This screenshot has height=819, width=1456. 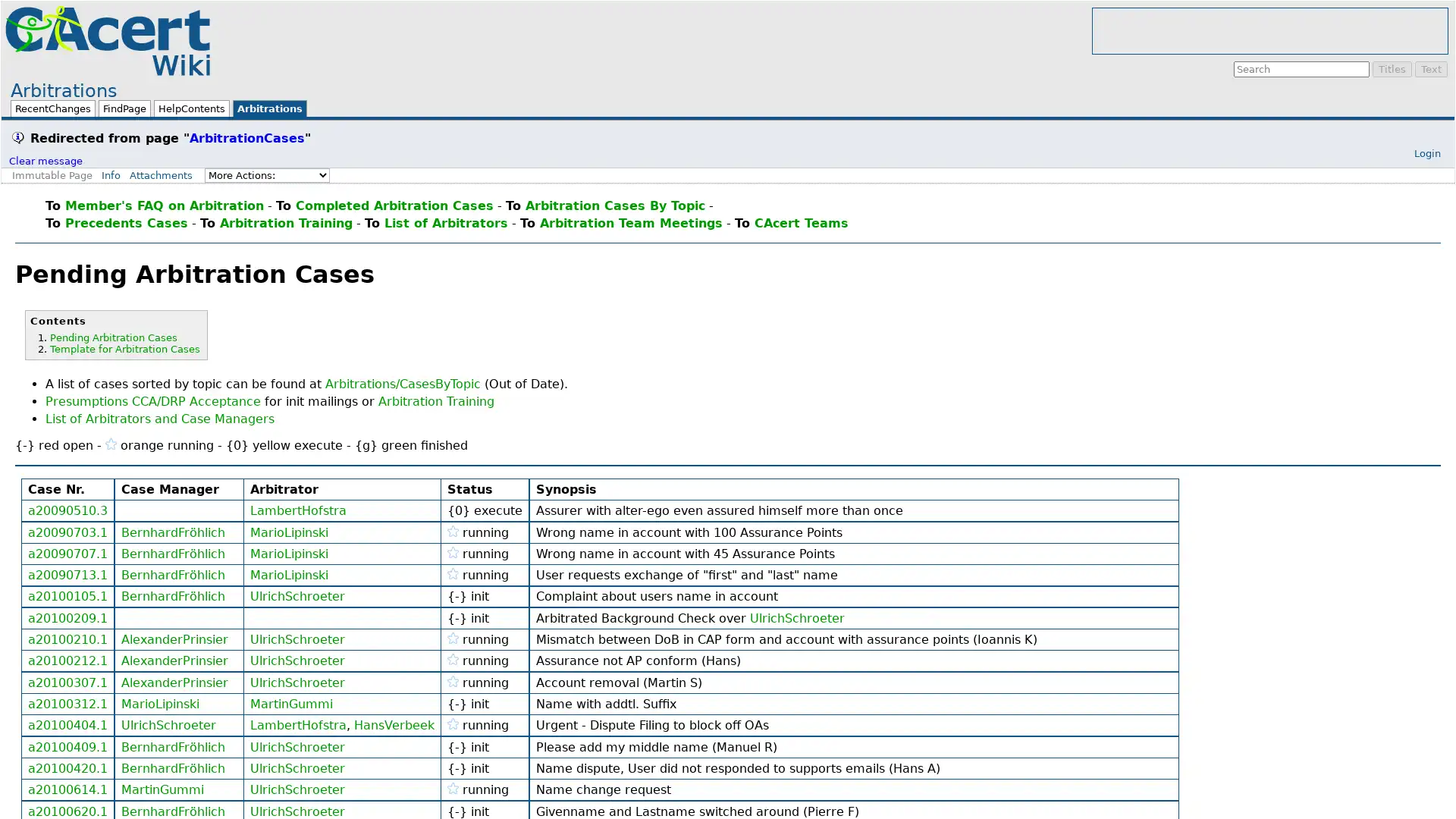 What do you see at coordinates (1430, 69) in the screenshot?
I see `Text` at bounding box center [1430, 69].